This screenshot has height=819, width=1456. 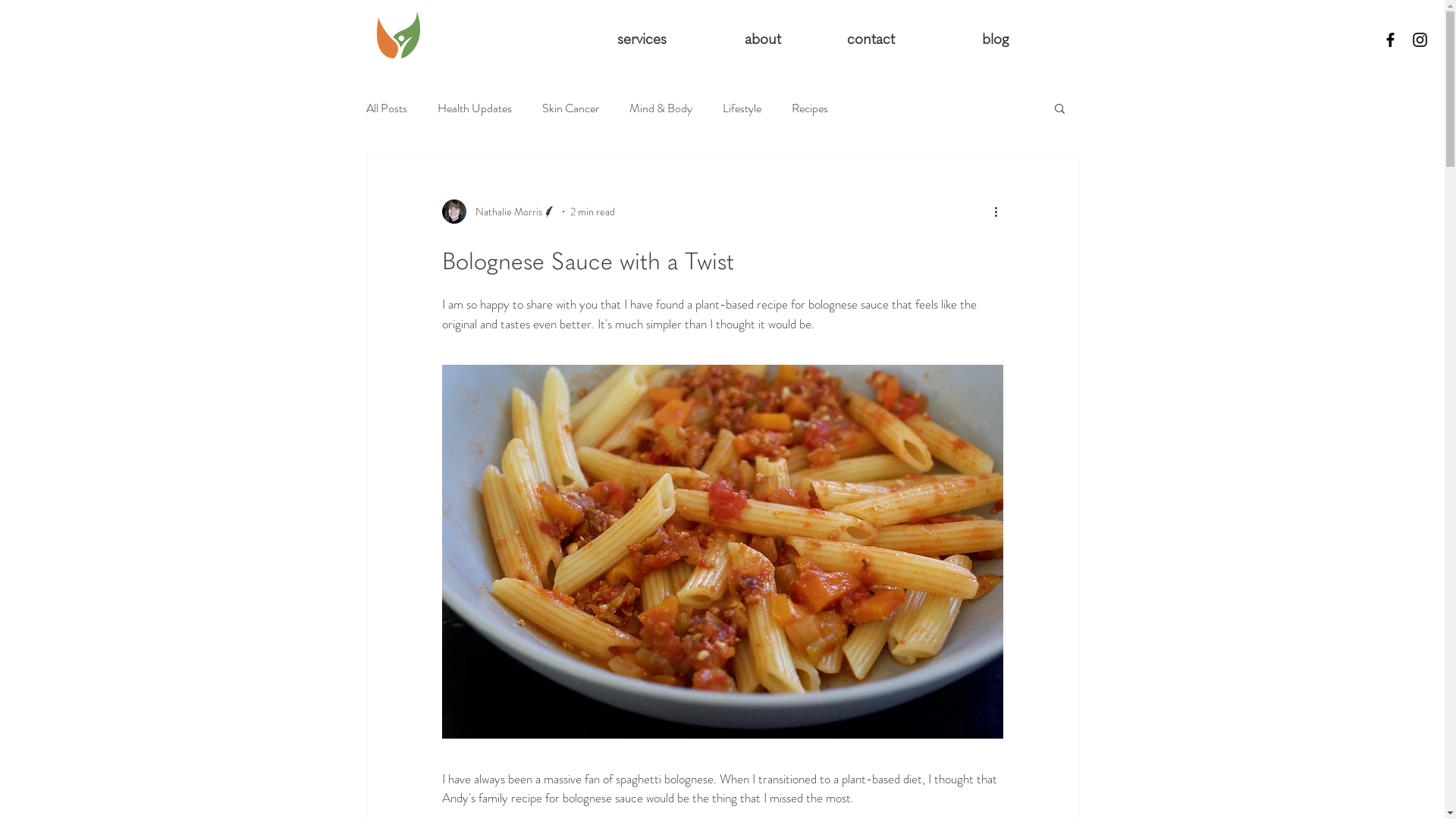 What do you see at coordinates (661, 106) in the screenshot?
I see `'Mind & Body'` at bounding box center [661, 106].